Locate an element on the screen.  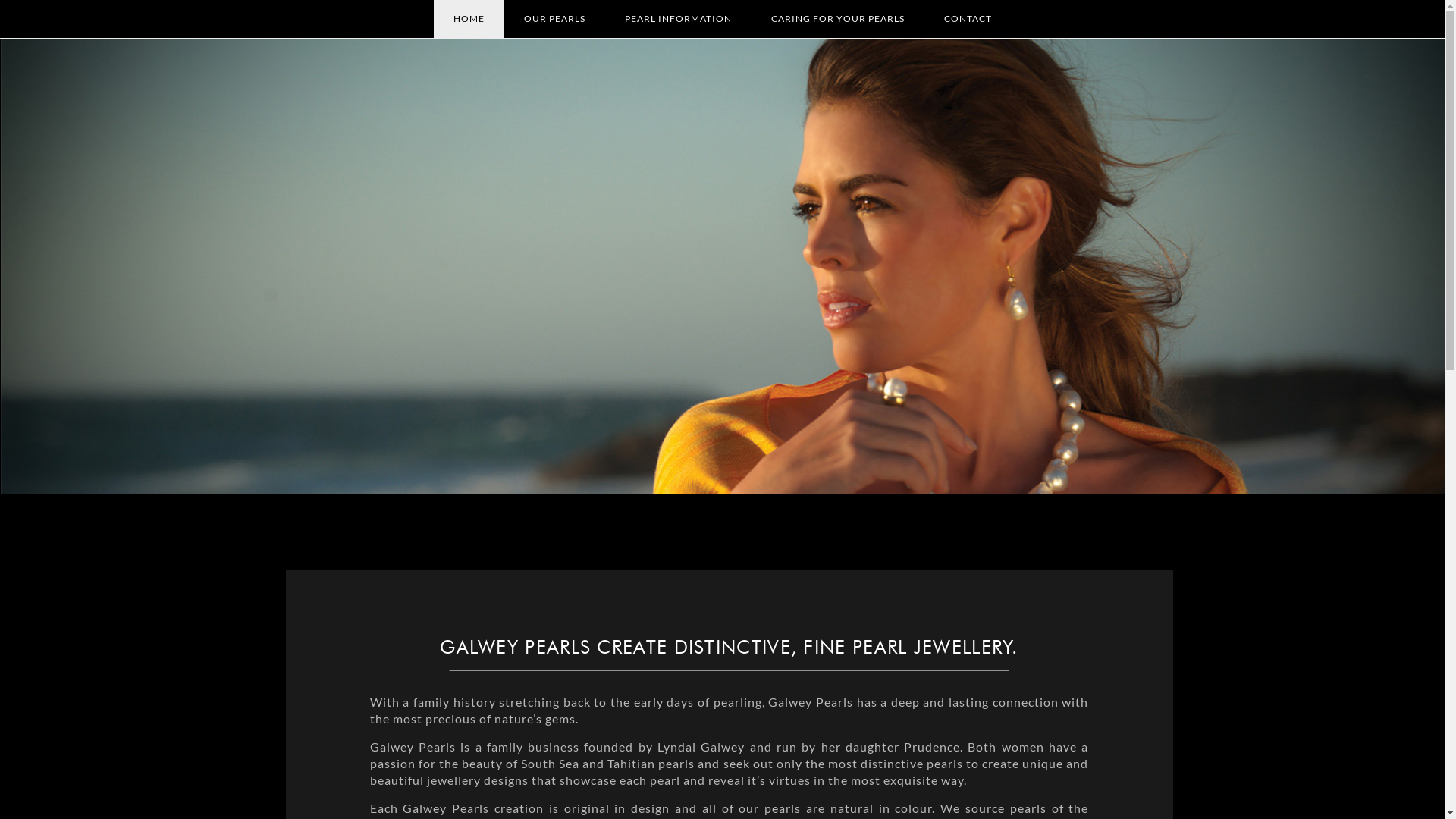
'CARING FOR YOUR PEARLS' is located at coordinates (836, 18).